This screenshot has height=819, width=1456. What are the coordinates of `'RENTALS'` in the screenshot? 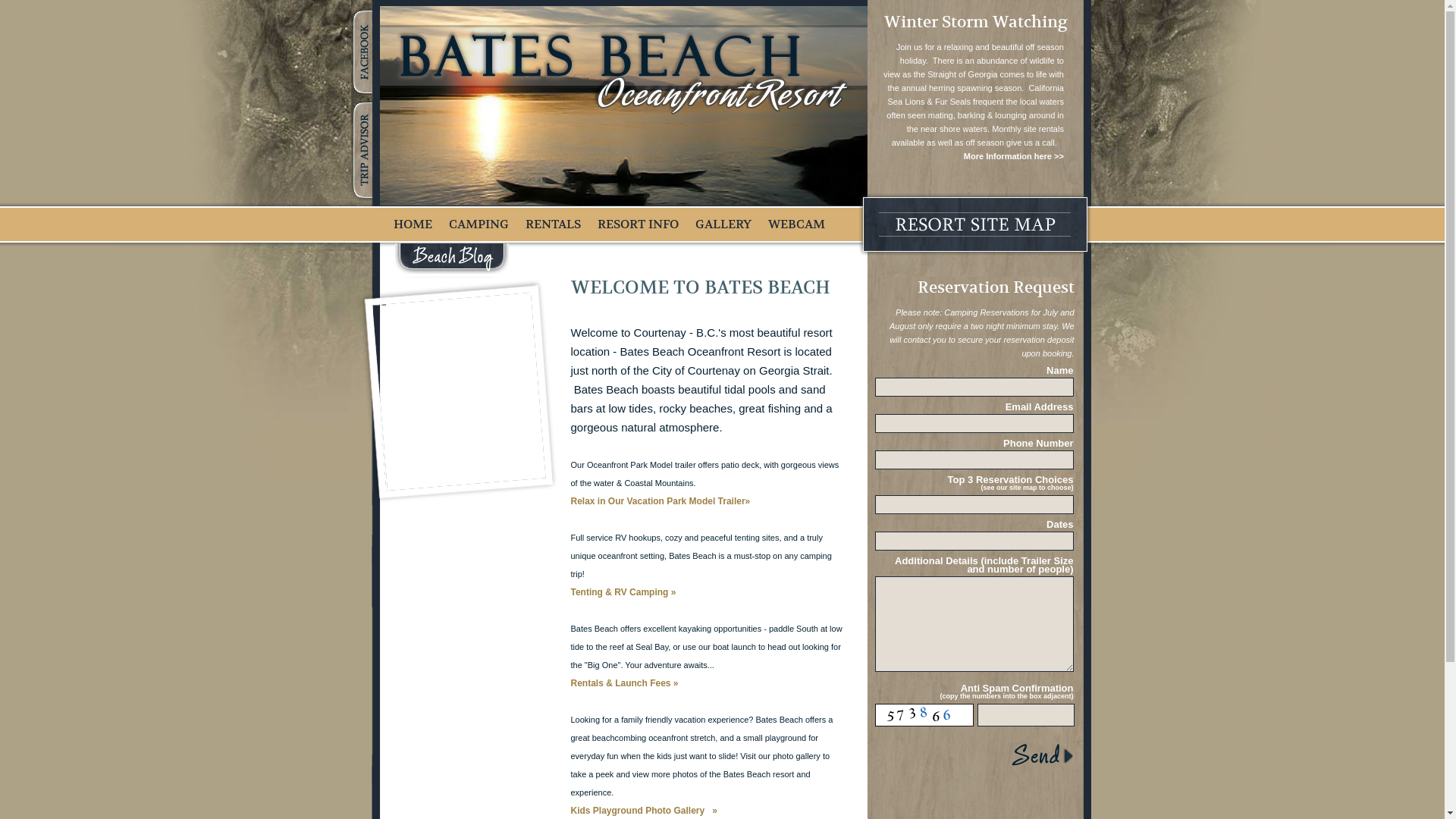 It's located at (551, 224).